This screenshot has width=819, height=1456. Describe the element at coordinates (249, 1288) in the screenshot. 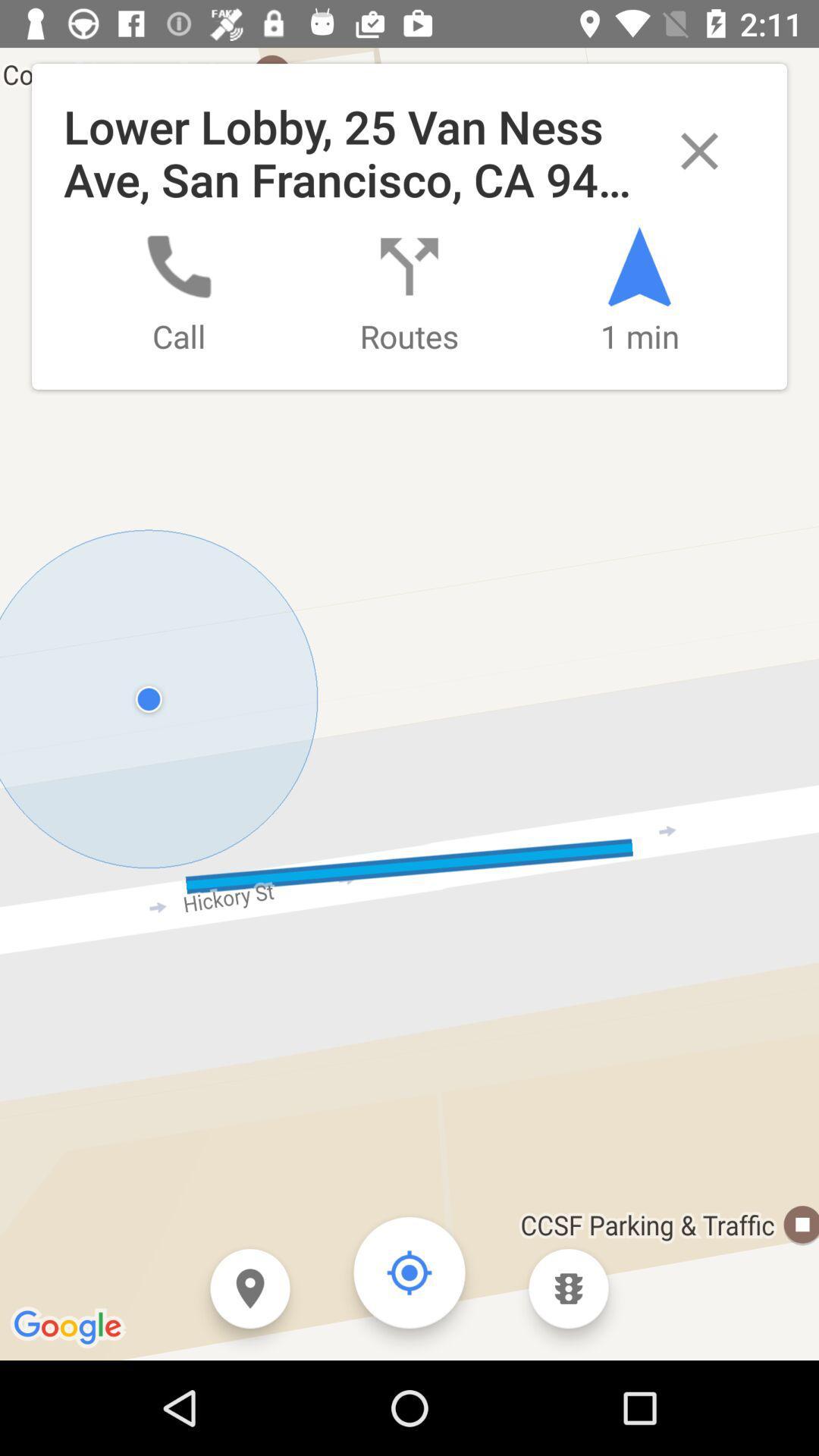

I see `the location icon` at that location.